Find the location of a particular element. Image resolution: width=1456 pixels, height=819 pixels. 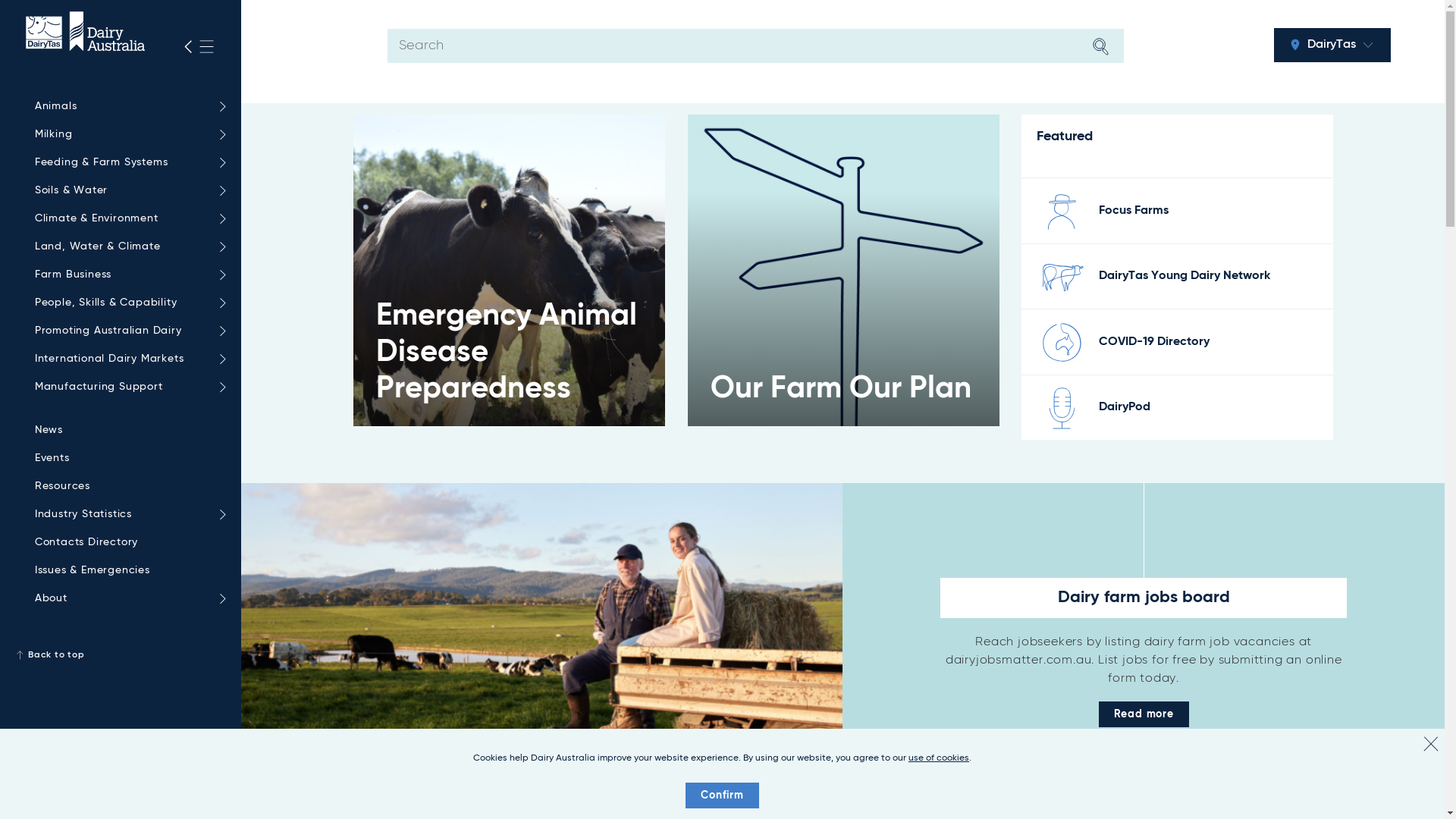

'Land, Water & Climate' is located at coordinates (127, 246).